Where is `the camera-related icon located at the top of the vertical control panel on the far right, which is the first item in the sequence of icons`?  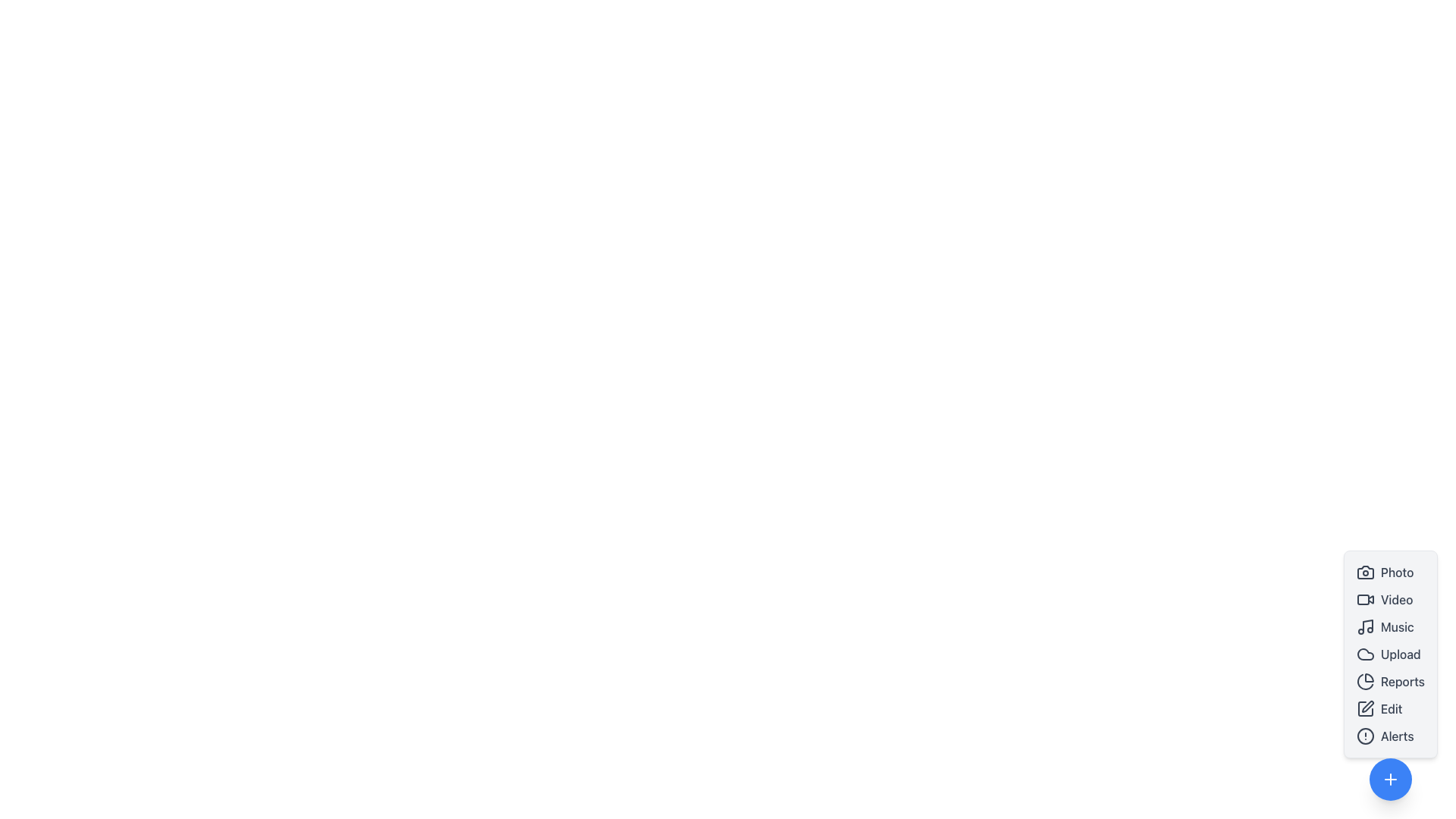 the camera-related icon located at the top of the vertical control panel on the far right, which is the first item in the sequence of icons is located at coordinates (1365, 573).